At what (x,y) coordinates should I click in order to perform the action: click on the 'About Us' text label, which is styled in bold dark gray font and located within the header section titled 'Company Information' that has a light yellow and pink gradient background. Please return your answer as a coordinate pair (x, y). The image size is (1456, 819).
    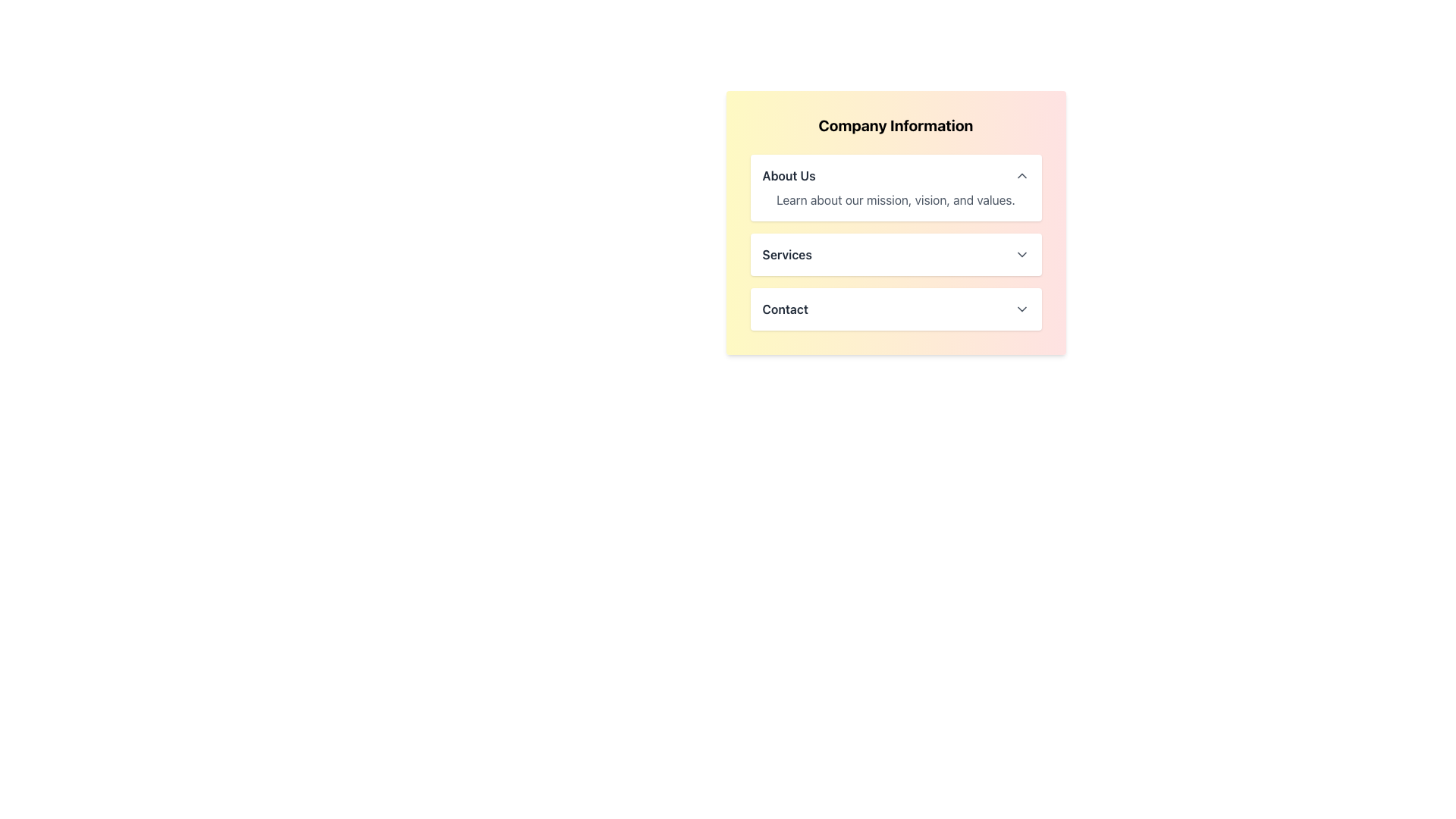
    Looking at the image, I should click on (789, 174).